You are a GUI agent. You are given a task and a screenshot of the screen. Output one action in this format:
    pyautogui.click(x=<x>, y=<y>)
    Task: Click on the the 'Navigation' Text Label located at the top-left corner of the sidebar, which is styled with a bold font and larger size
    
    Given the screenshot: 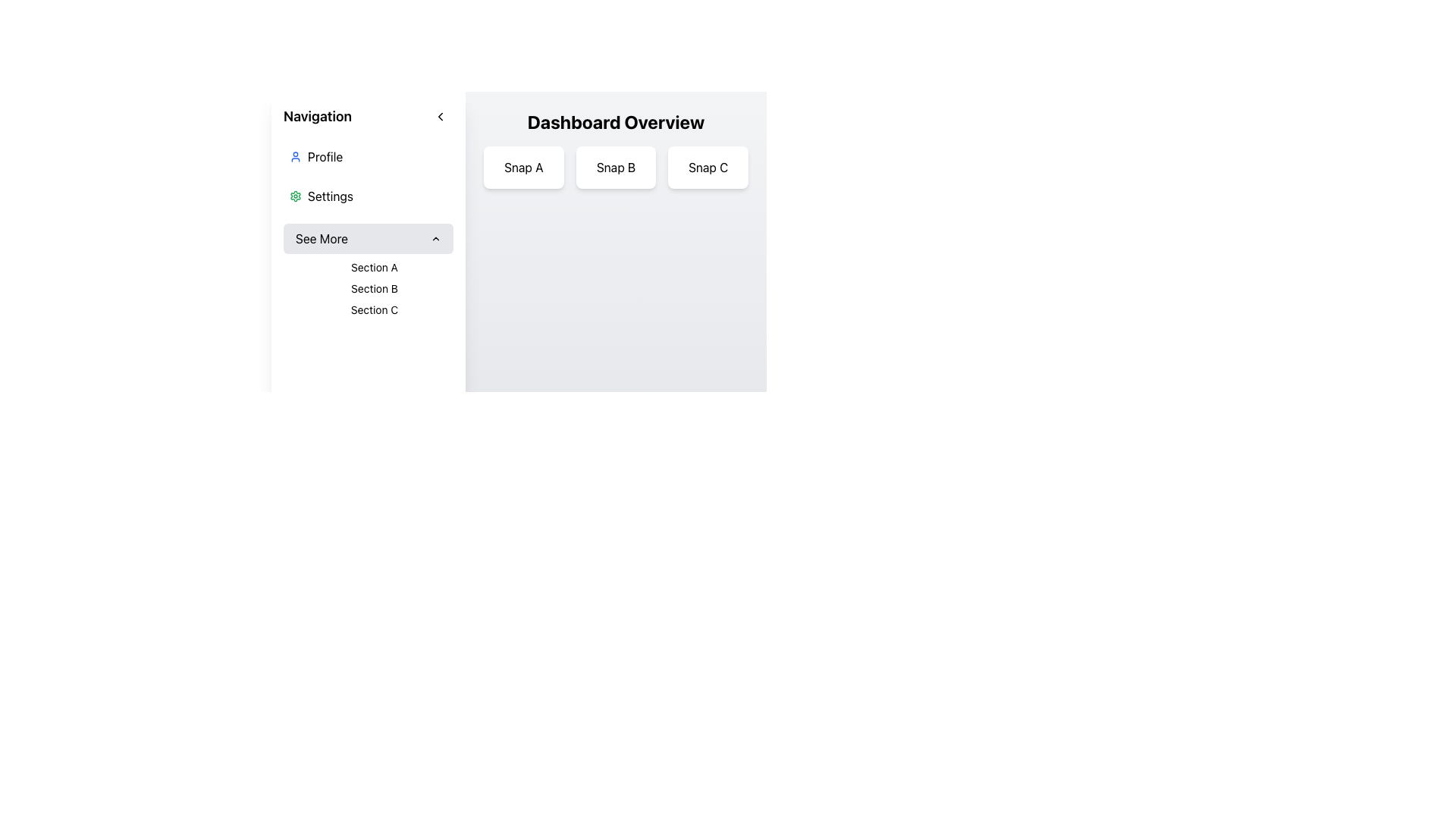 What is the action you would take?
    pyautogui.click(x=316, y=116)
    